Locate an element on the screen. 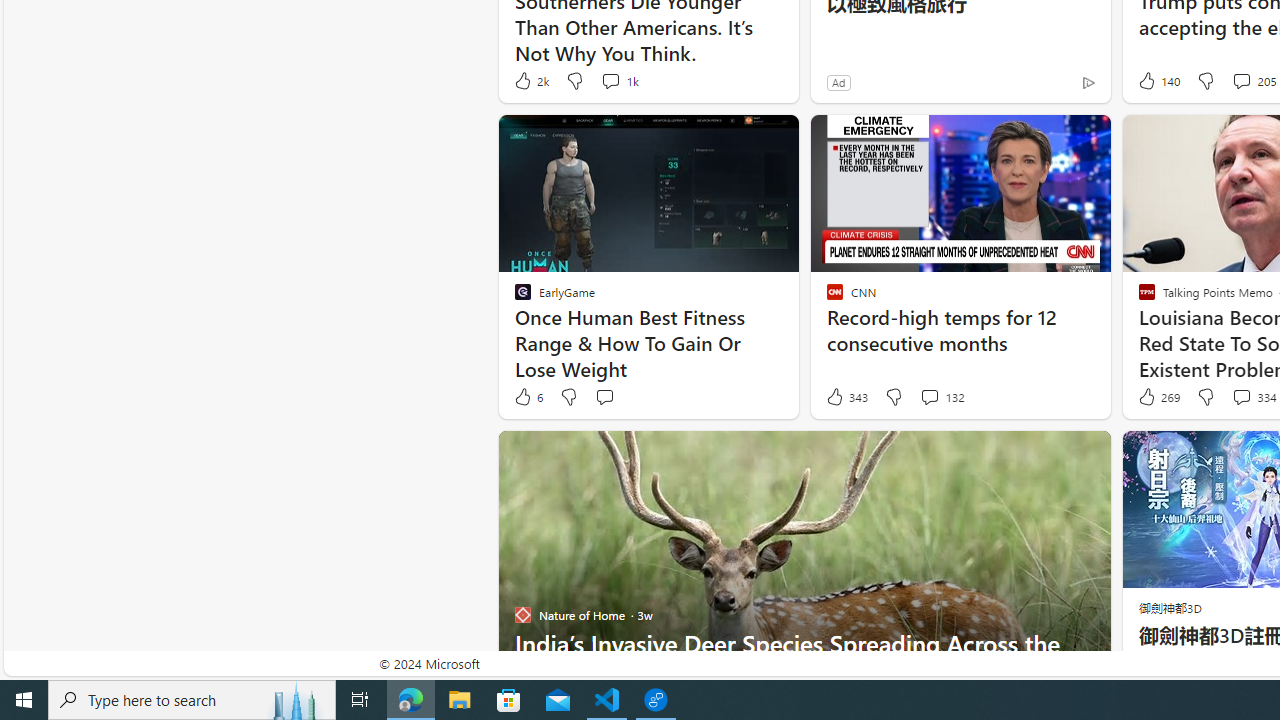 This screenshot has height=720, width=1280. 'View comments 334 Comment' is located at coordinates (1240, 397).